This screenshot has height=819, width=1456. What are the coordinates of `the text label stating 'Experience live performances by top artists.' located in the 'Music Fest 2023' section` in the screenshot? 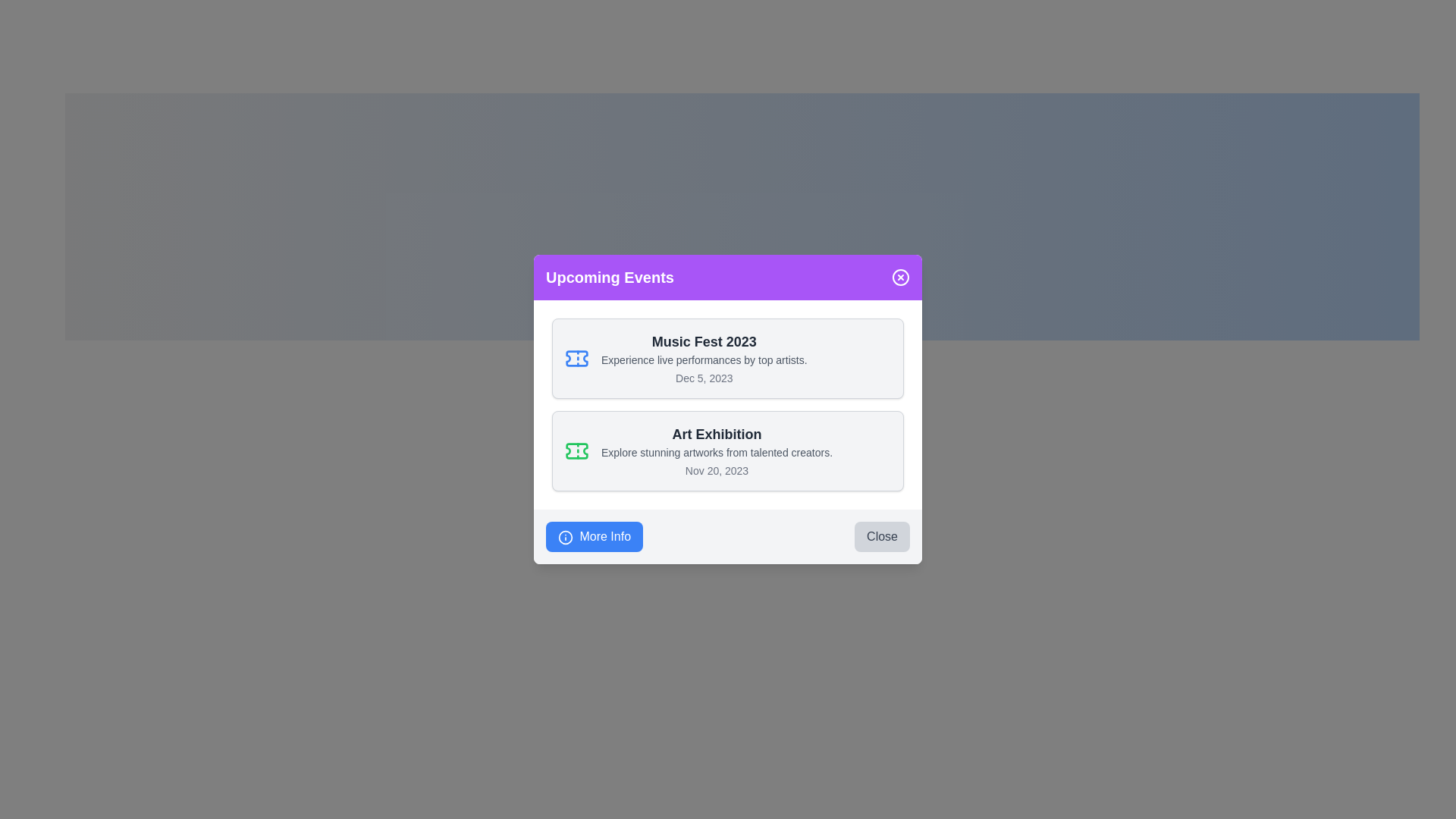 It's located at (703, 359).